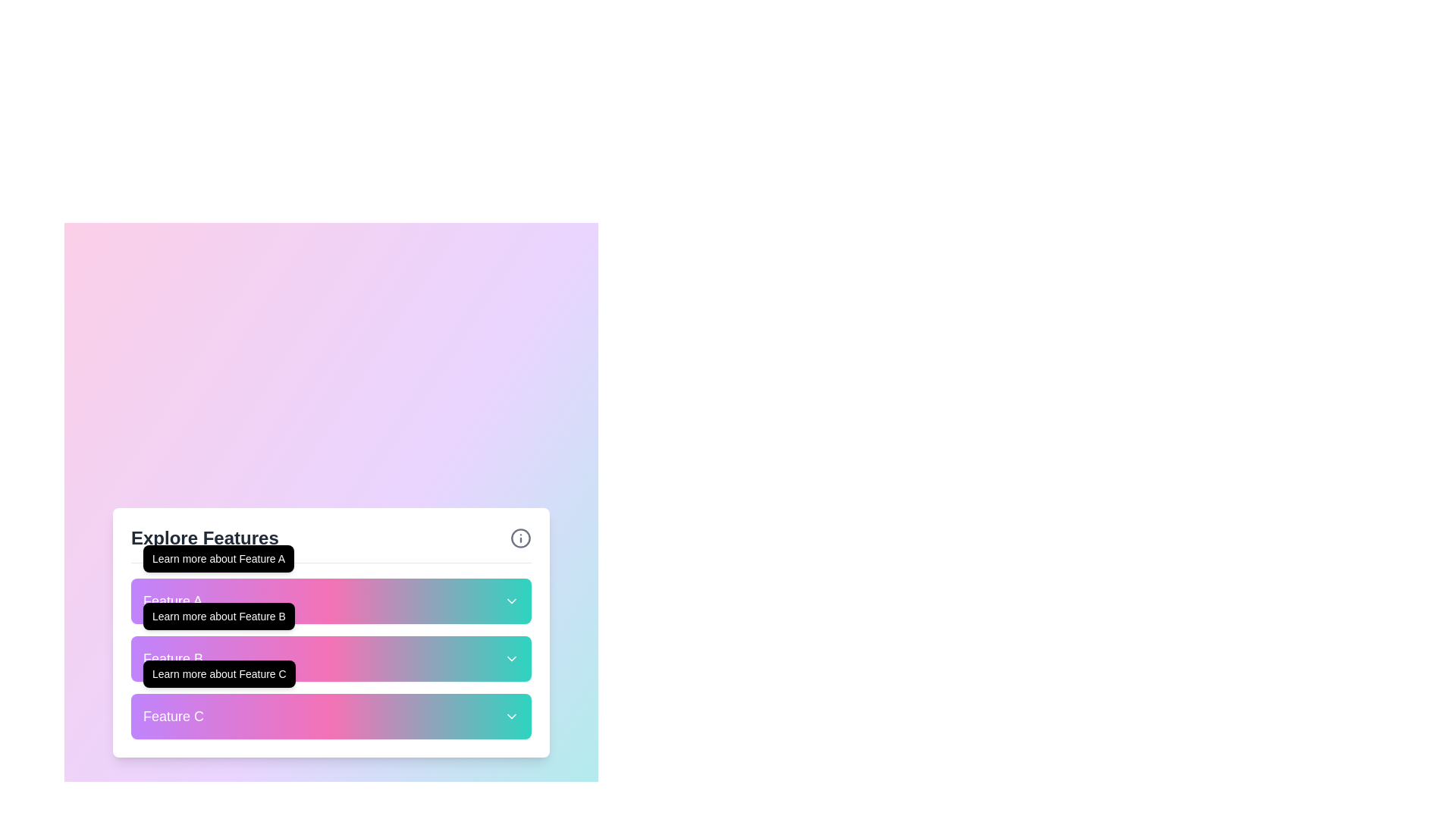  What do you see at coordinates (512, 600) in the screenshot?
I see `the downward-pointing chevron SVG icon located in the top-right corner of the second row of feature panels` at bounding box center [512, 600].